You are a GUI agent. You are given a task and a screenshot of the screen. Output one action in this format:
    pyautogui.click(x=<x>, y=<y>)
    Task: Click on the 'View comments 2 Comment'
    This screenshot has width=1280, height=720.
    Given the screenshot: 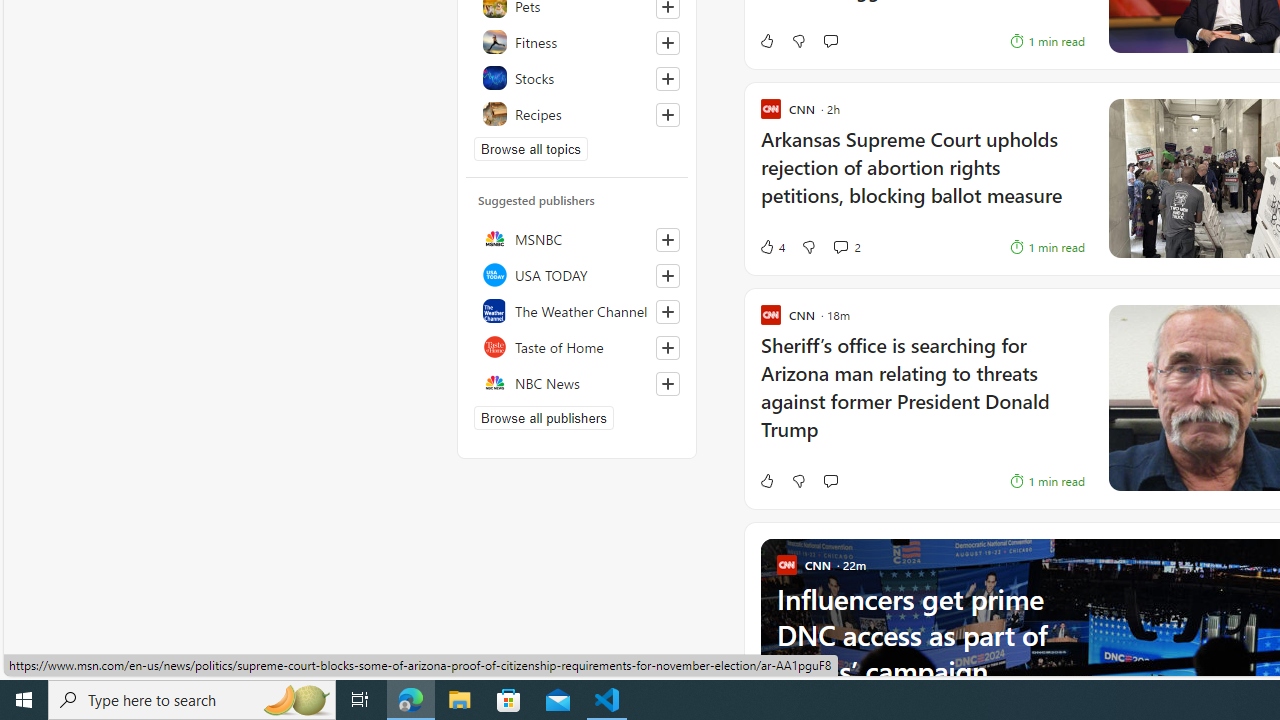 What is the action you would take?
    pyautogui.click(x=840, y=245)
    